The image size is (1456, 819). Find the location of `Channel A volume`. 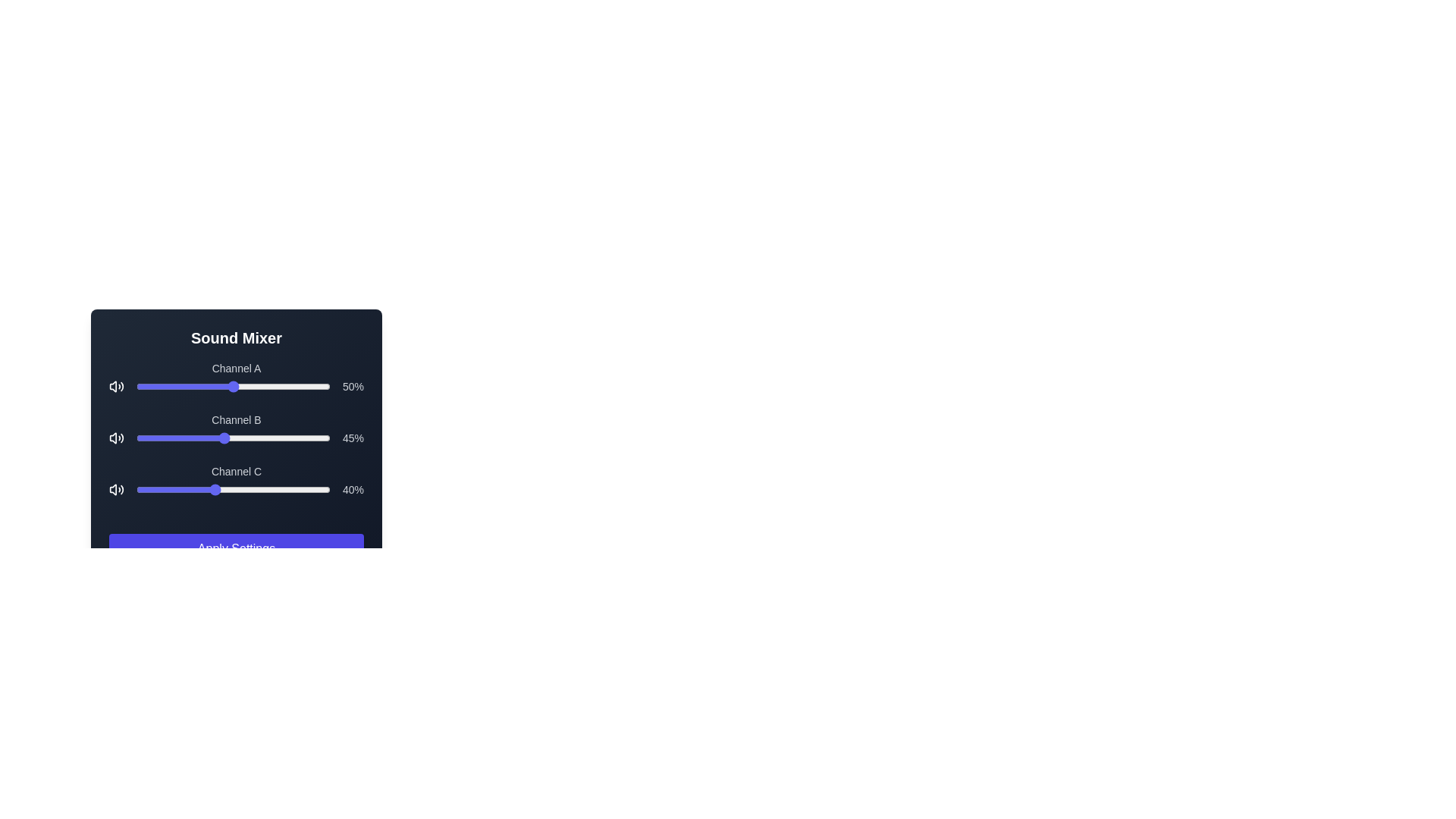

Channel A volume is located at coordinates (207, 385).